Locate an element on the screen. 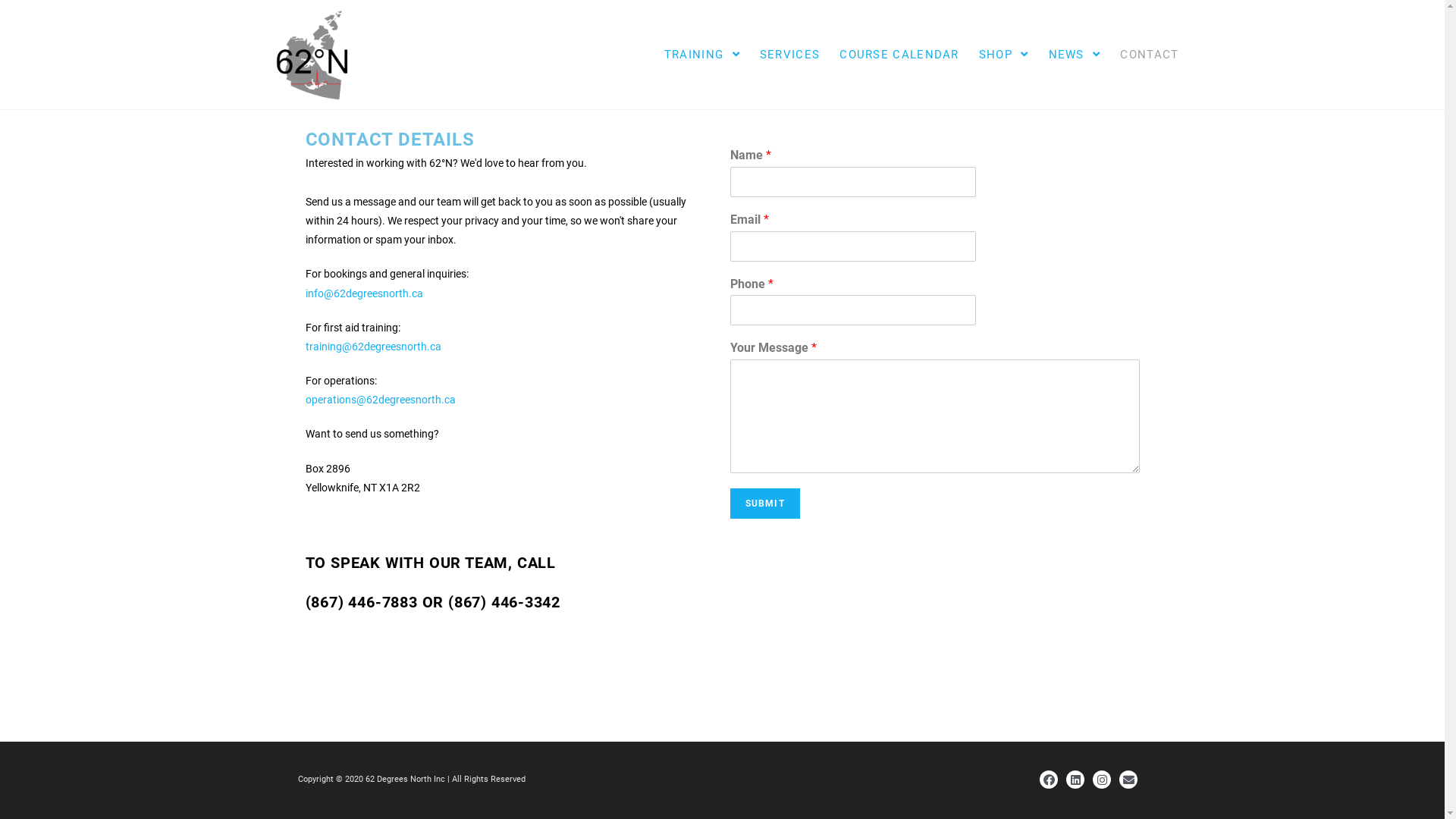 The image size is (1456, 819). 'CONTACT' is located at coordinates (1149, 54).